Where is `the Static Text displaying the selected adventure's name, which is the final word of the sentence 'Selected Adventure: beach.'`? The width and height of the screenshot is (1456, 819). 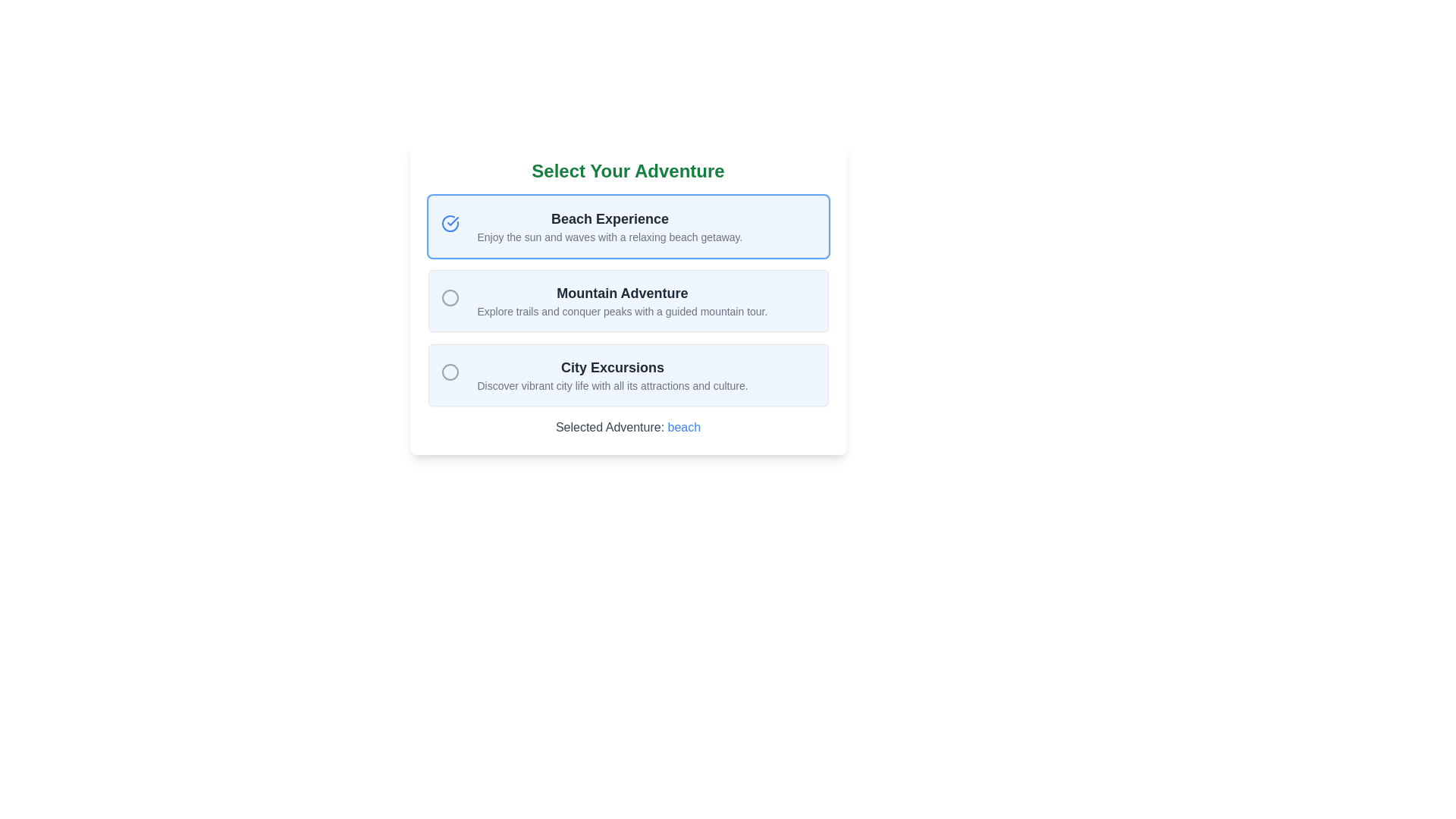
the Static Text displaying the selected adventure's name, which is the final word of the sentence 'Selected Adventure: beach.' is located at coordinates (683, 427).